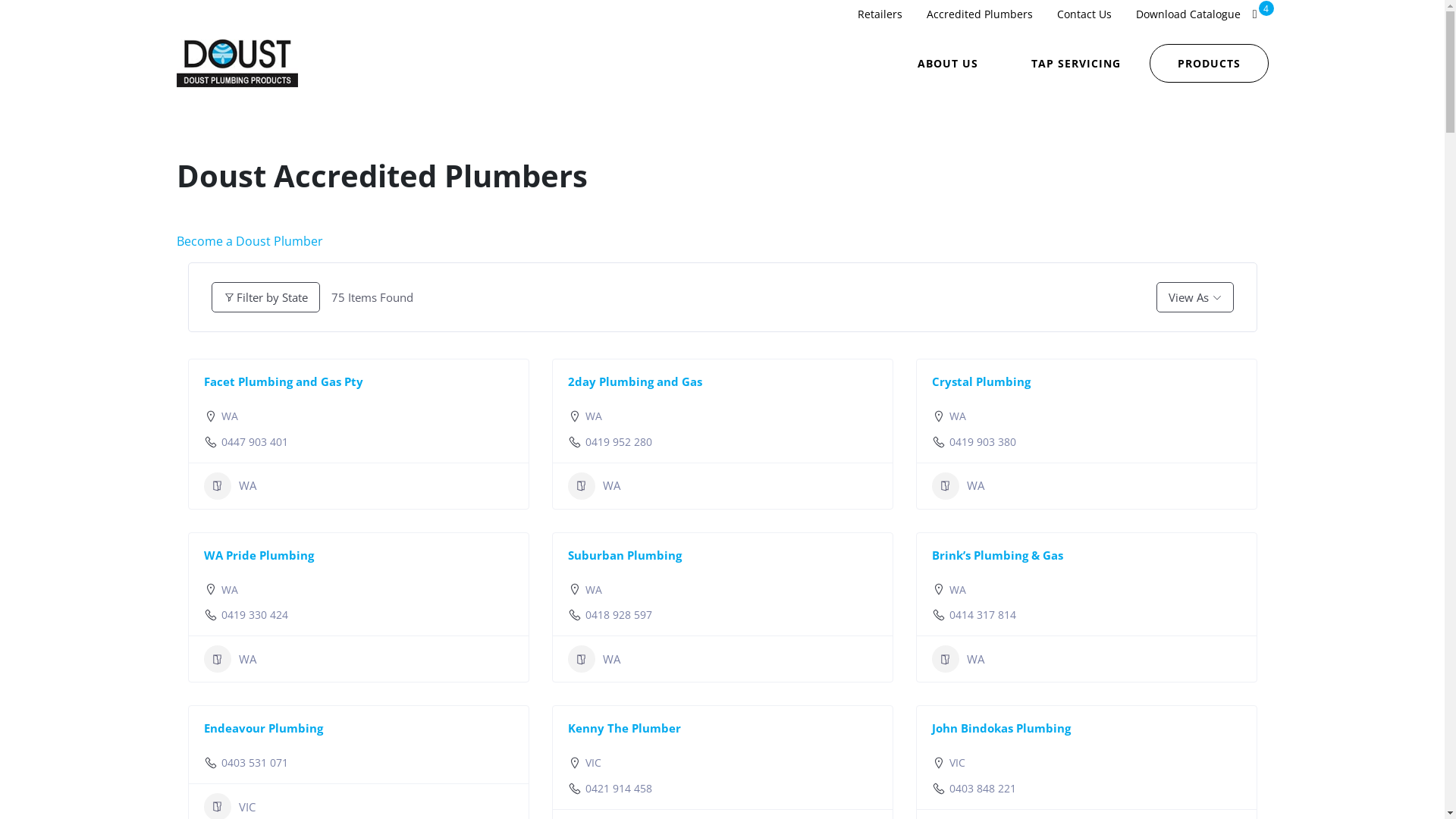 This screenshot has width=1456, height=819. I want to click on 'Retailers', so click(844, 14).